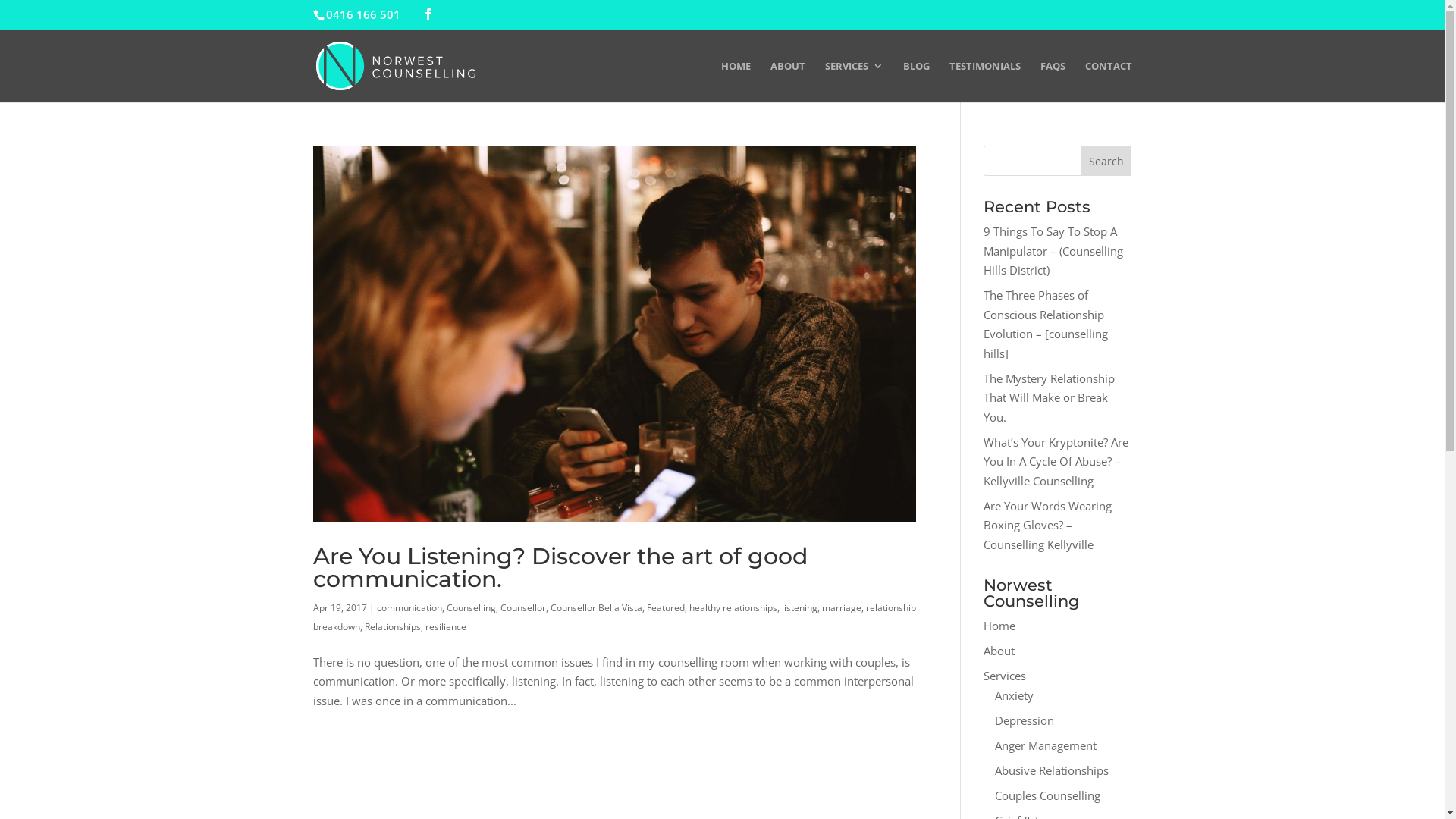 This screenshot has height=819, width=1456. Describe the element at coordinates (1024, 719) in the screenshot. I see `'Depression'` at that location.